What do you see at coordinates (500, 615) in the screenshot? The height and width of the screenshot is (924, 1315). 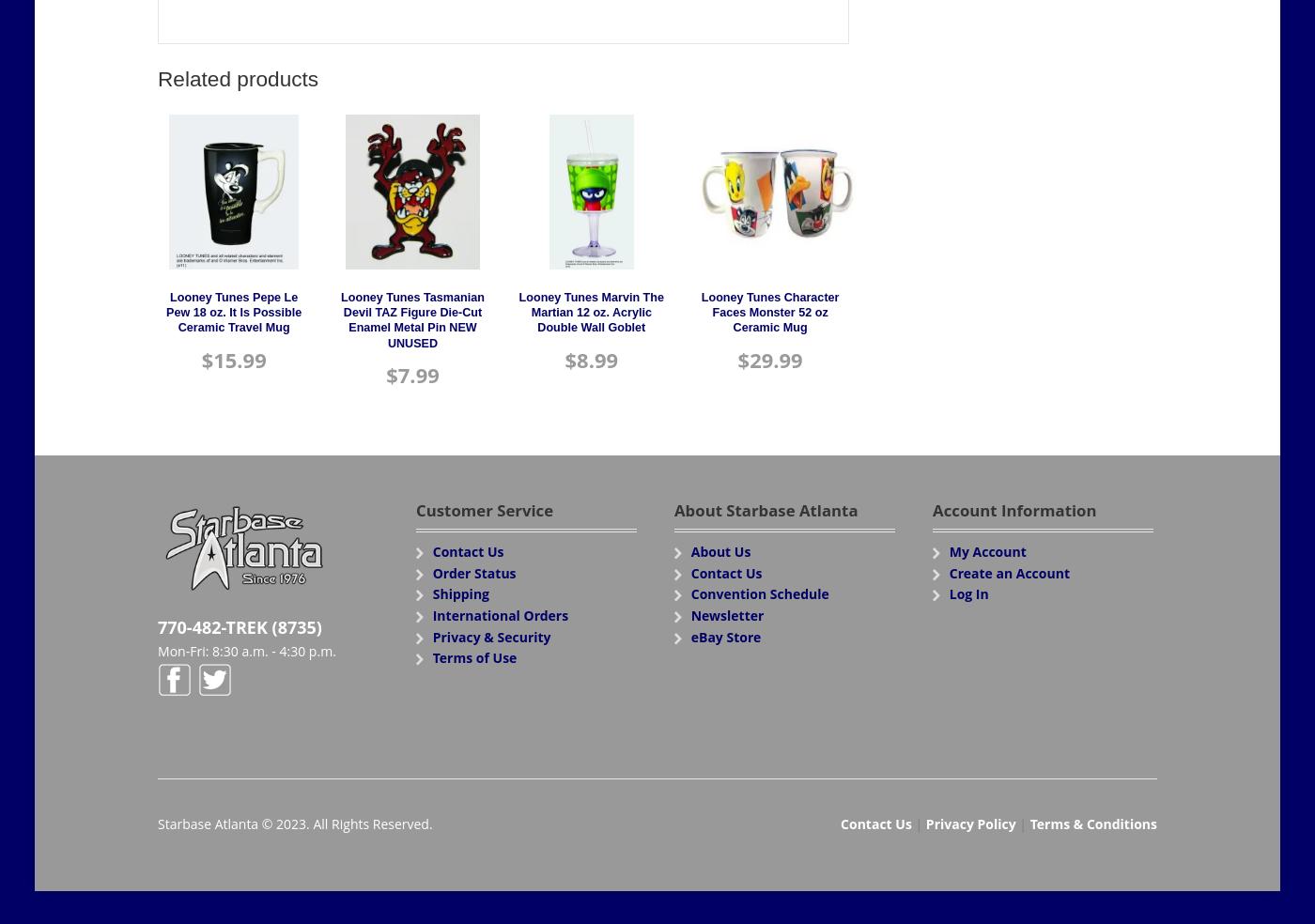 I see `'International Orders'` at bounding box center [500, 615].